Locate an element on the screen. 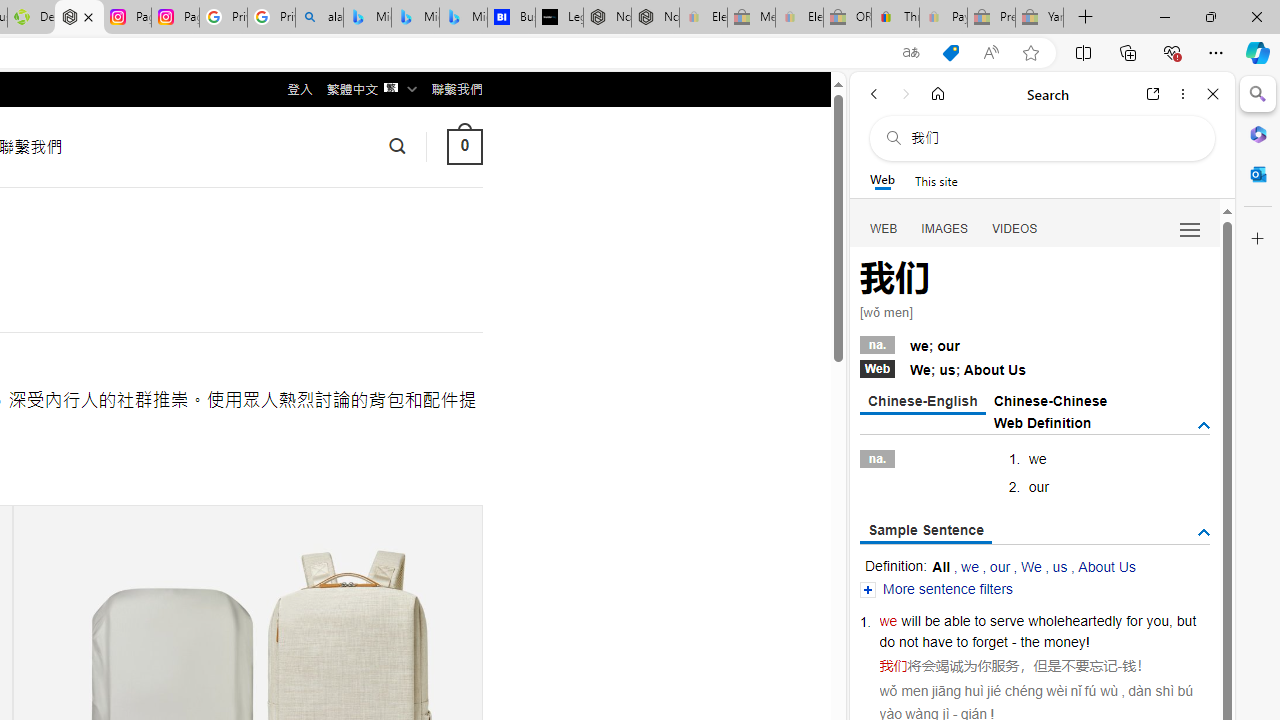 The height and width of the screenshot is (720, 1280). 'Us' is located at coordinates (1017, 370).